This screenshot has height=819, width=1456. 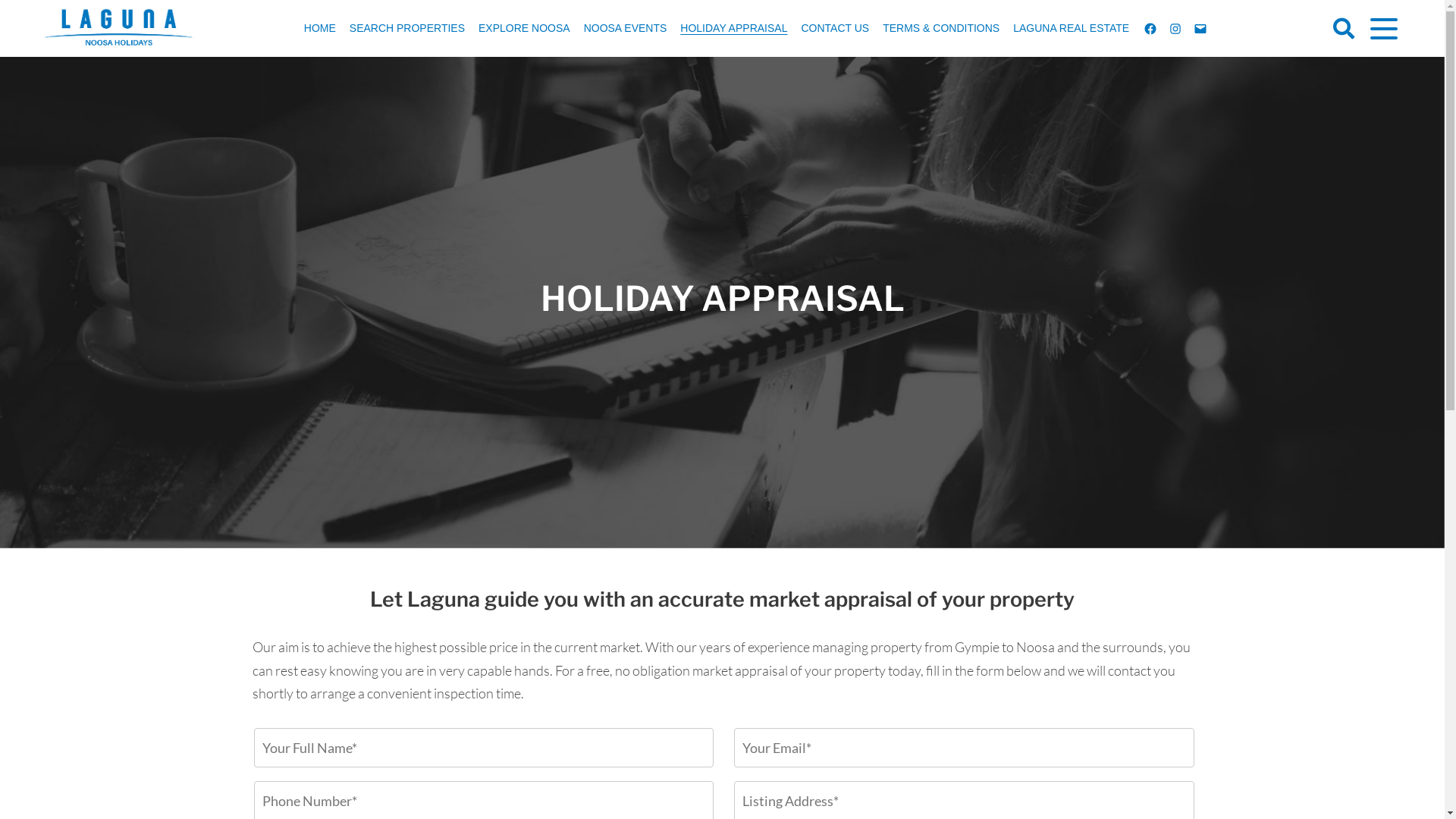 What do you see at coordinates (940, 28) in the screenshot?
I see `'TERMS & CONDITIONS'` at bounding box center [940, 28].